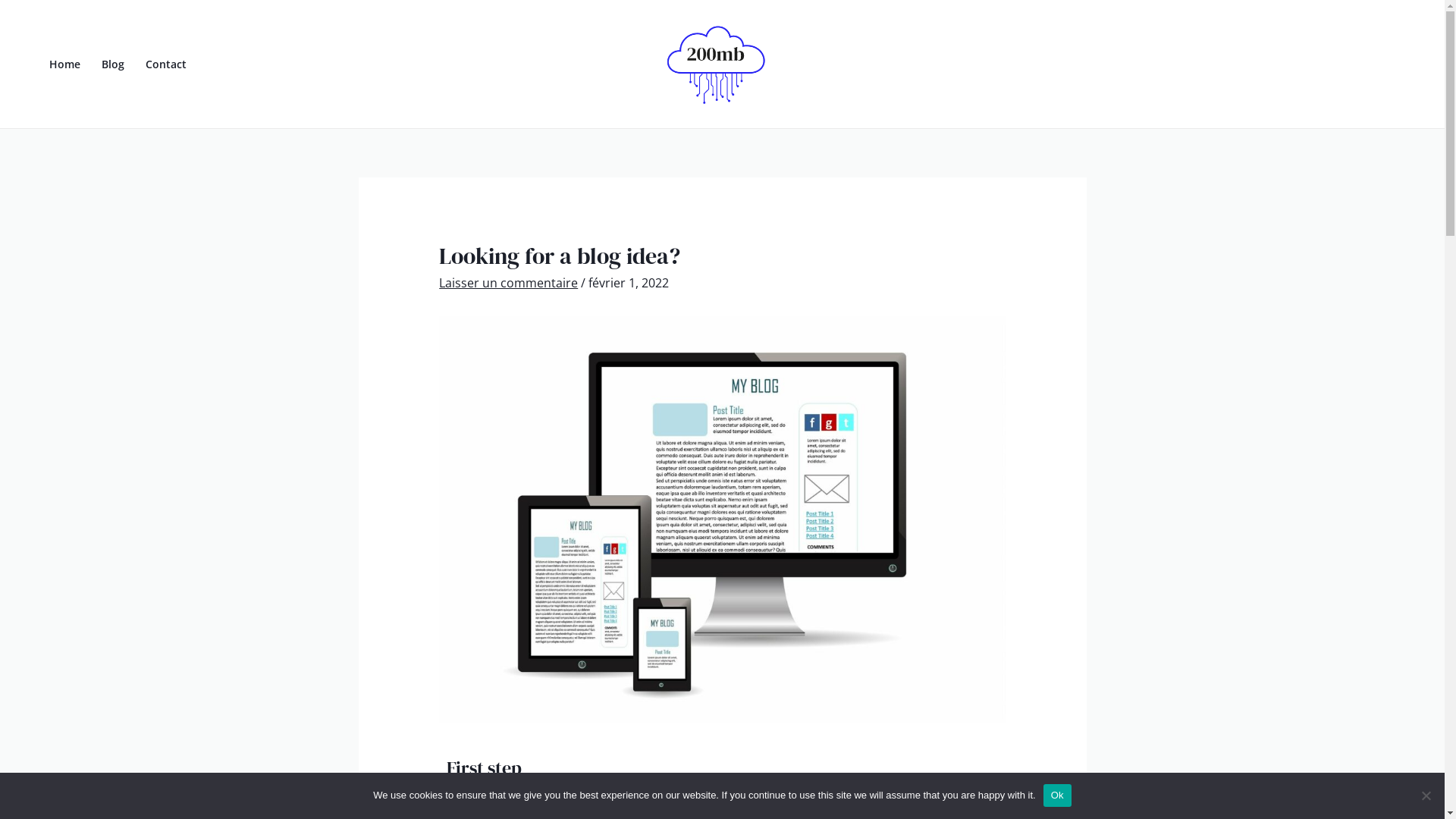 This screenshot has height=819, width=1456. What do you see at coordinates (166, 63) in the screenshot?
I see `'Contact'` at bounding box center [166, 63].